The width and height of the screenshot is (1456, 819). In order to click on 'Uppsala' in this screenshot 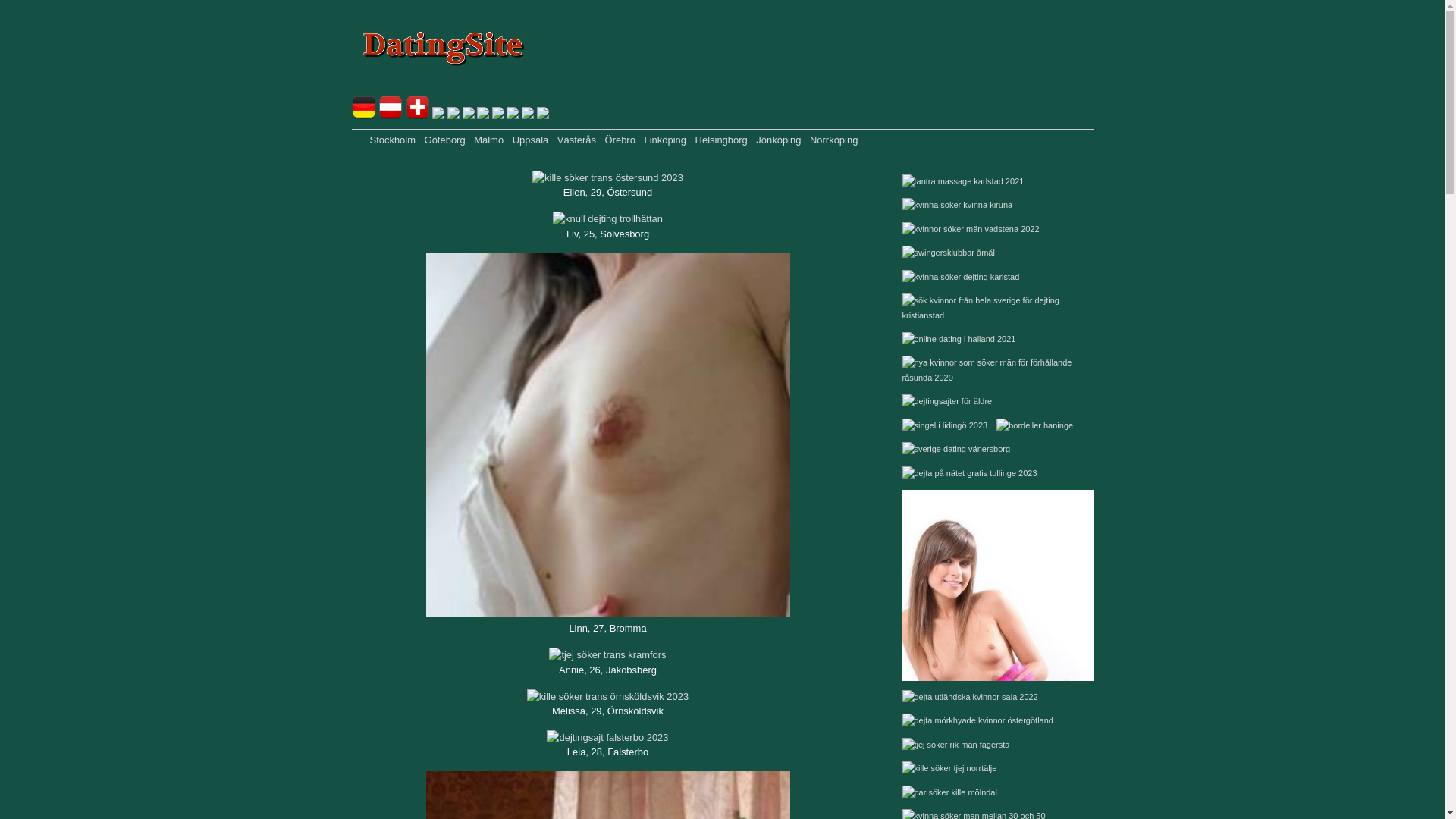, I will do `click(531, 140)`.